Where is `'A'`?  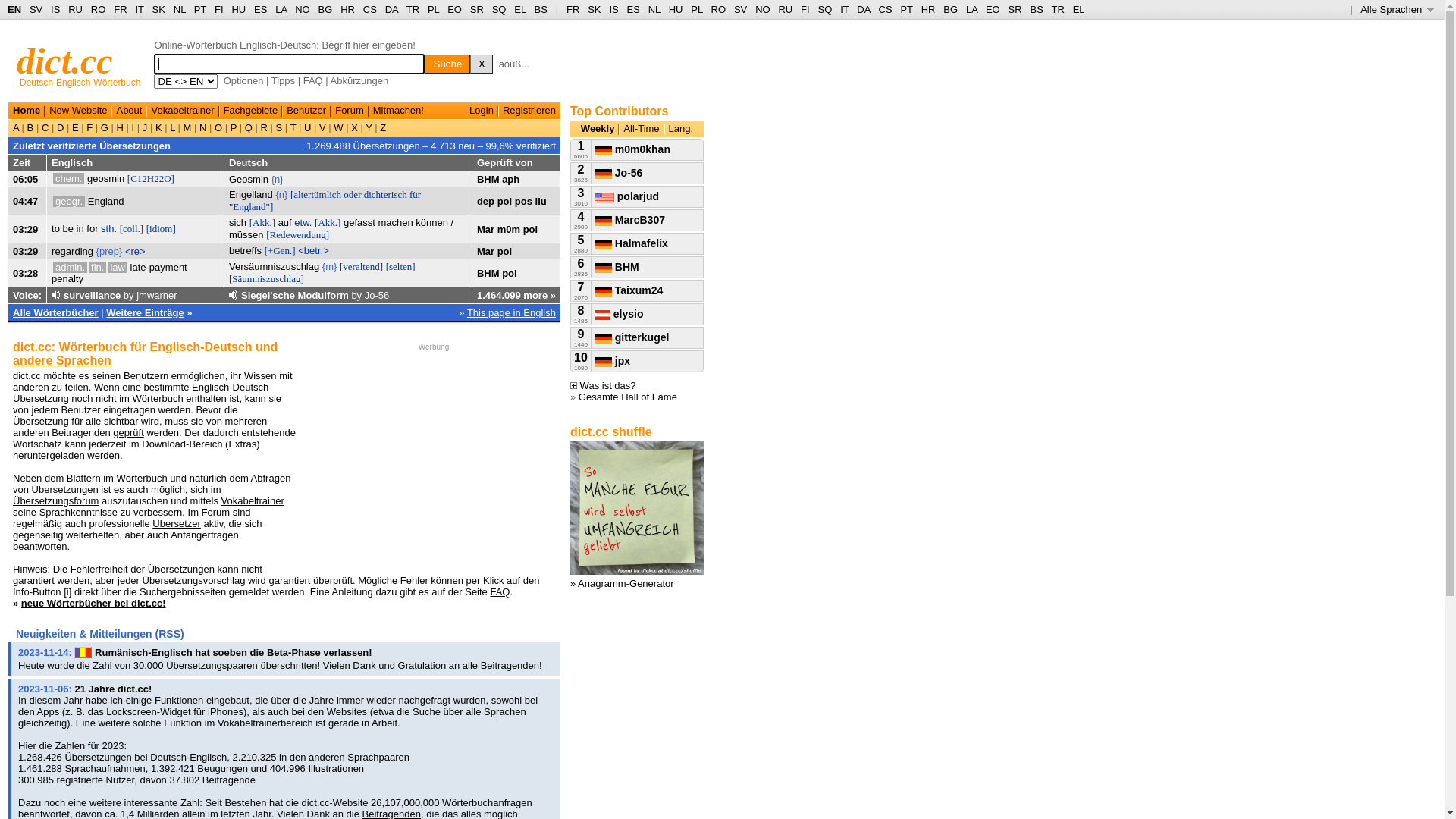 'A' is located at coordinates (17, 127).